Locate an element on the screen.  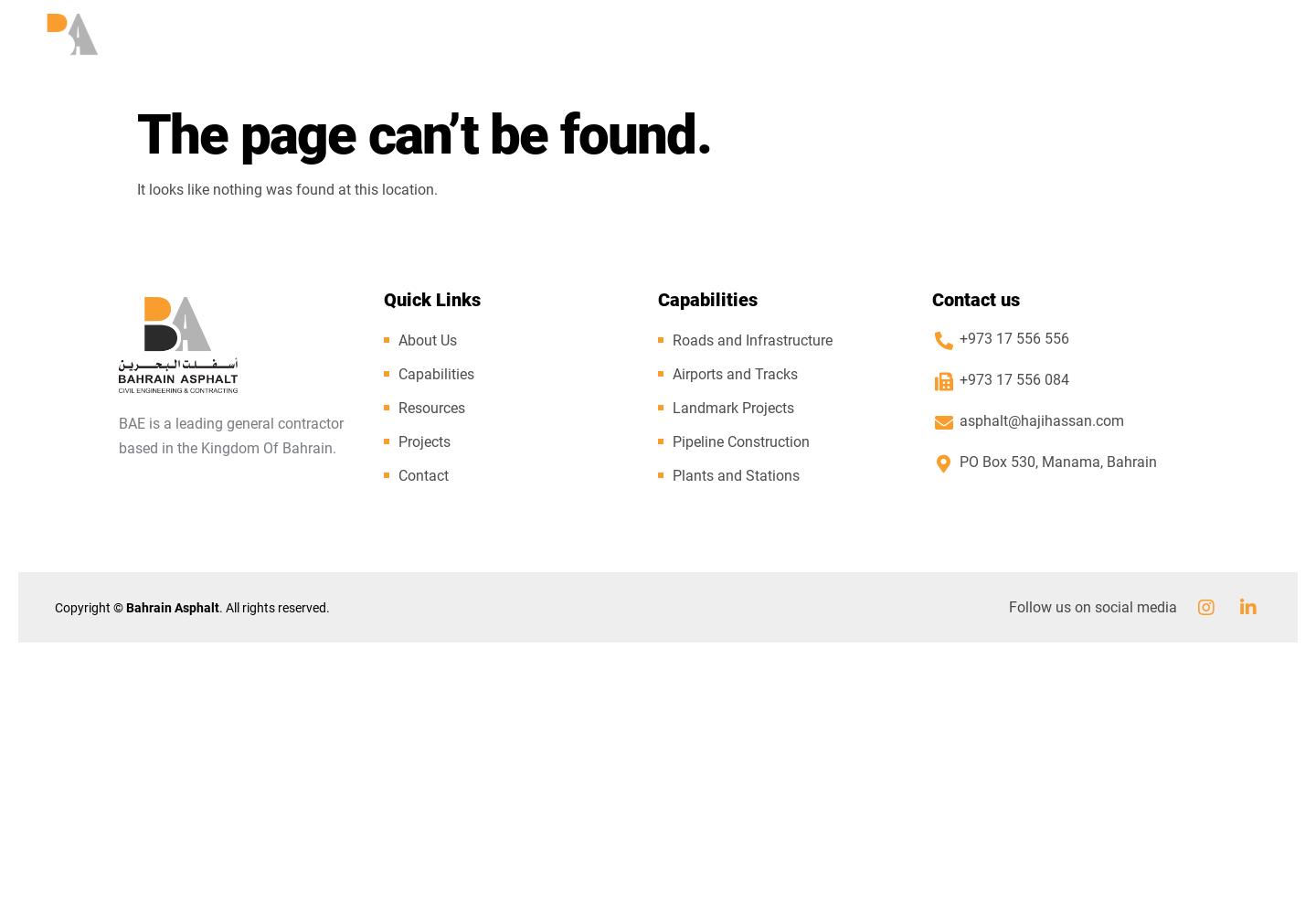
'+973 17 556 084' is located at coordinates (1013, 379).